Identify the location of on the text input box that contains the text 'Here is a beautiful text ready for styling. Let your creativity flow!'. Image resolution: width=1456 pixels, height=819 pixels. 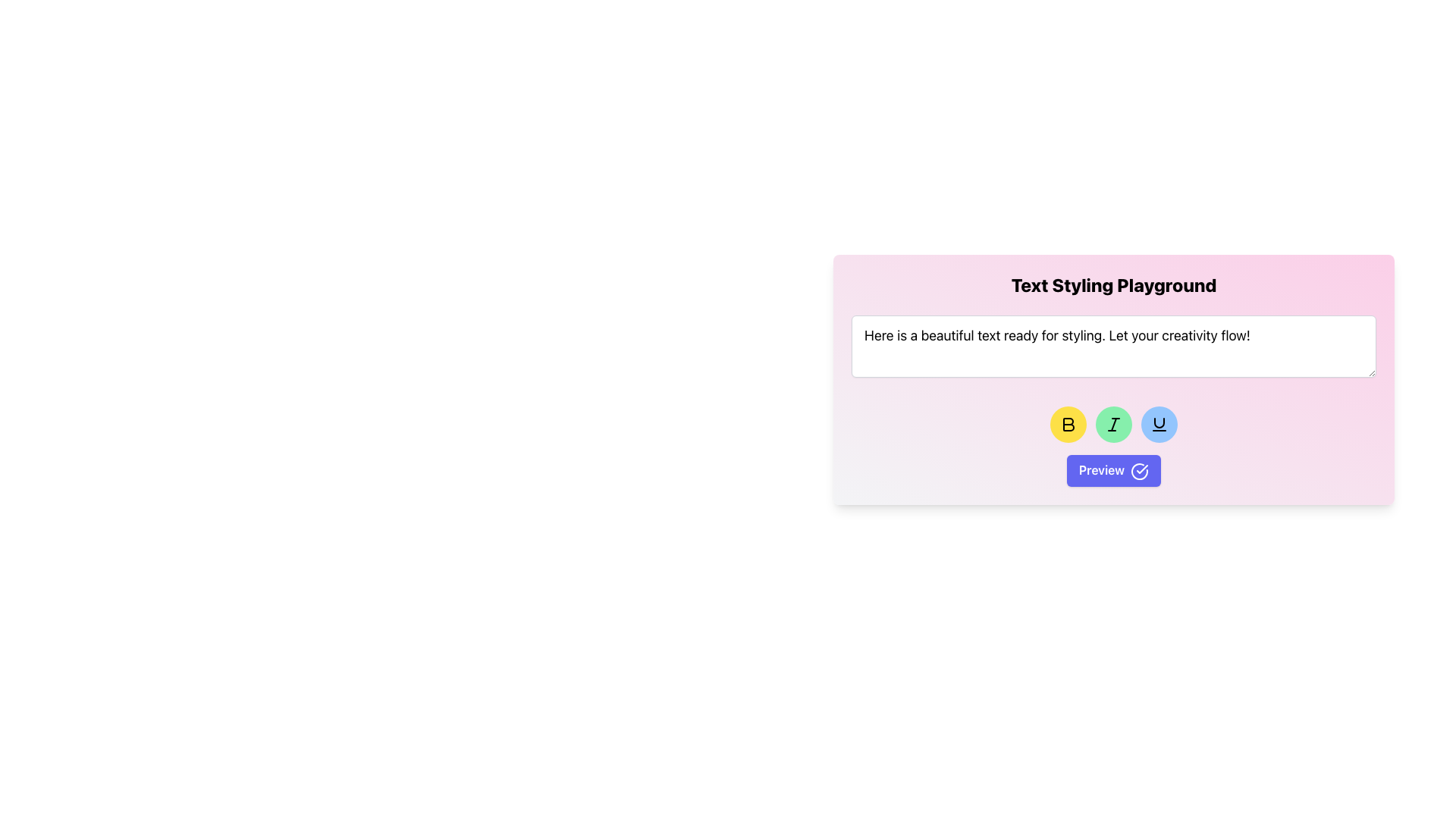
(1113, 429).